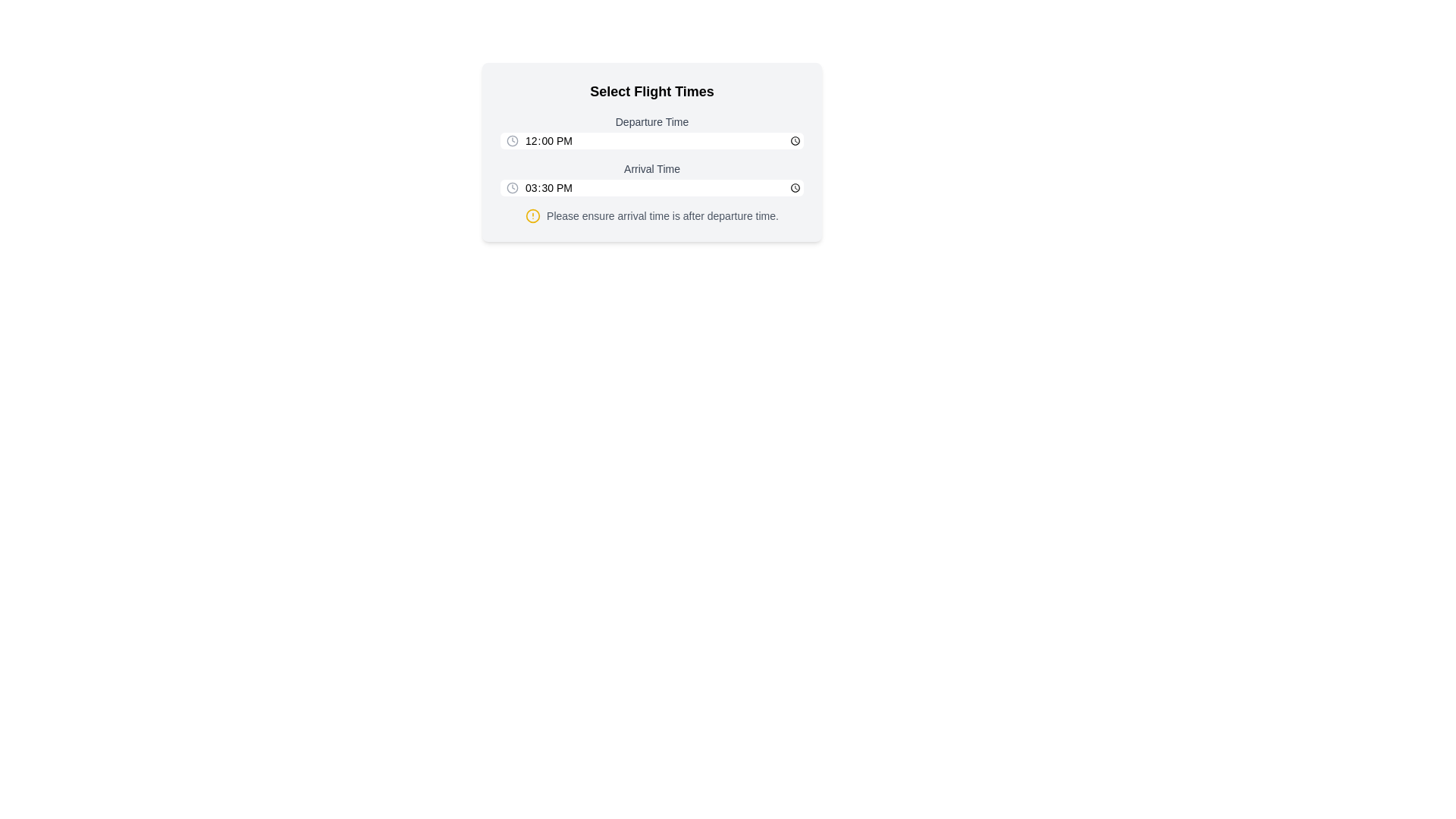 The image size is (1456, 819). Describe the element at coordinates (651, 121) in the screenshot. I see `the label indicating the purpose of the input field for 'Departure Time', which is located at the top-center above the associated icon and text input field` at that location.